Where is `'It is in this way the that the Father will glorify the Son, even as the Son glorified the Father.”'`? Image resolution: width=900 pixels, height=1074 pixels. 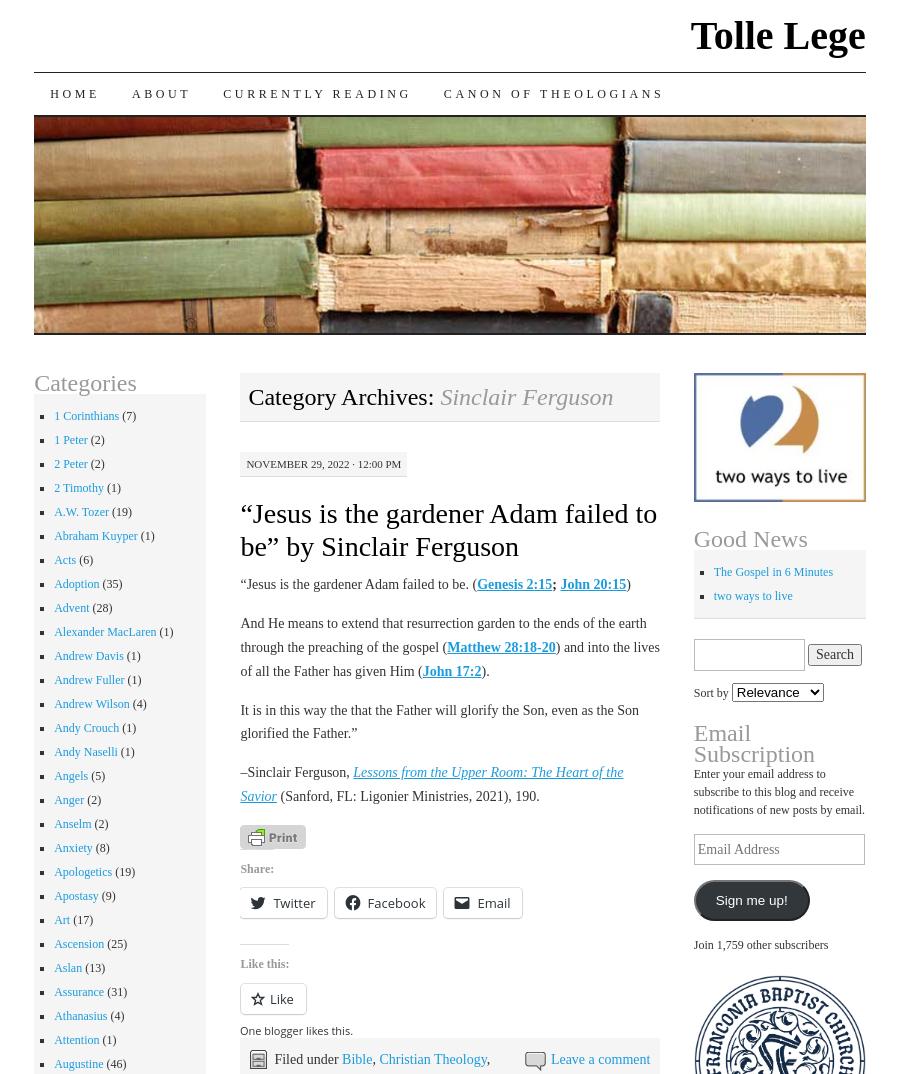
'It is in this way the that the Father will glorify the Son, even as the Son glorified the Father.”' is located at coordinates (439, 721).